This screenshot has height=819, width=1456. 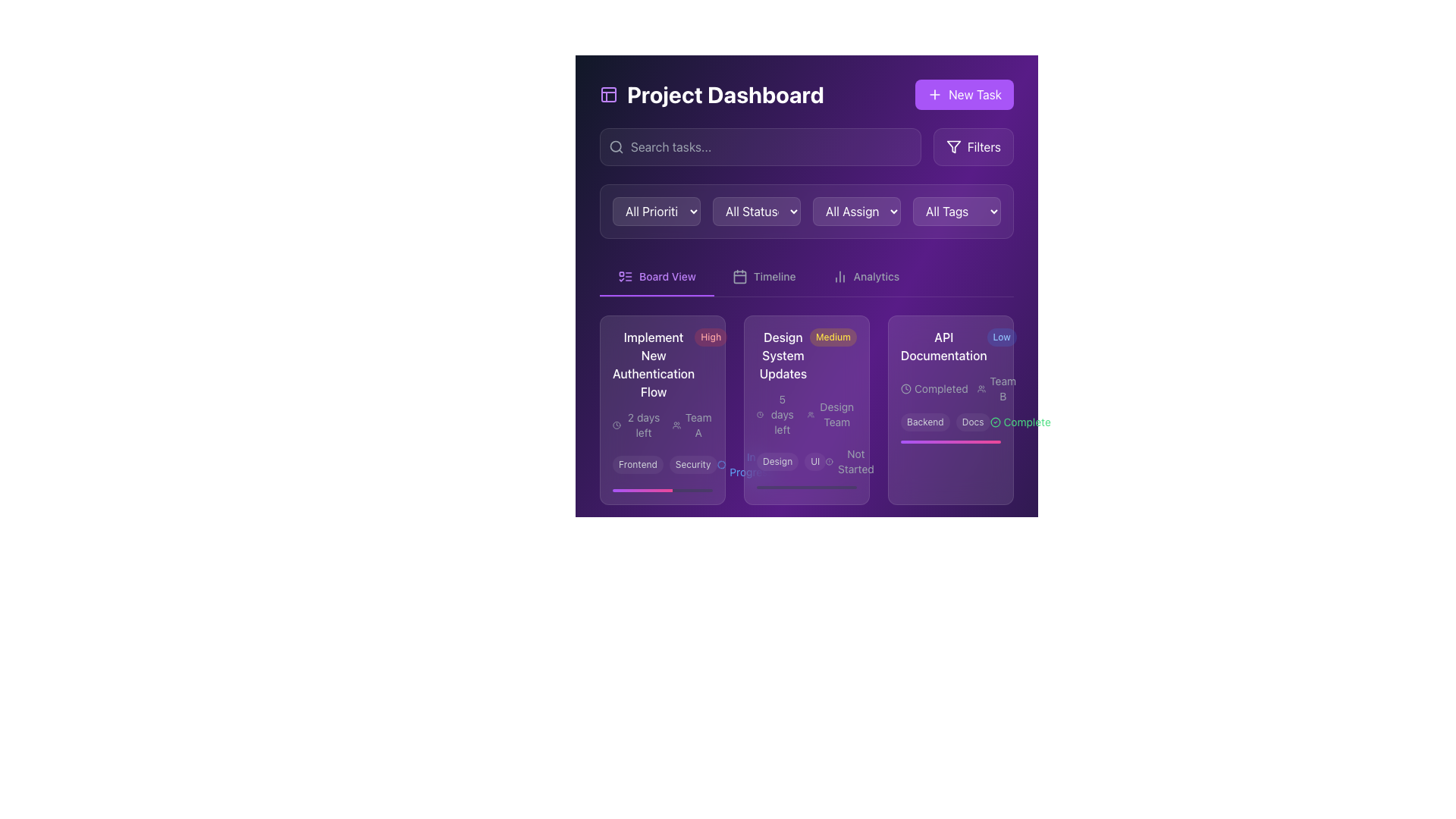 What do you see at coordinates (981, 388) in the screenshot?
I see `the team icon located to the left of the text 'Team B' within the 'API Documentation' card on the main dashboard` at bounding box center [981, 388].